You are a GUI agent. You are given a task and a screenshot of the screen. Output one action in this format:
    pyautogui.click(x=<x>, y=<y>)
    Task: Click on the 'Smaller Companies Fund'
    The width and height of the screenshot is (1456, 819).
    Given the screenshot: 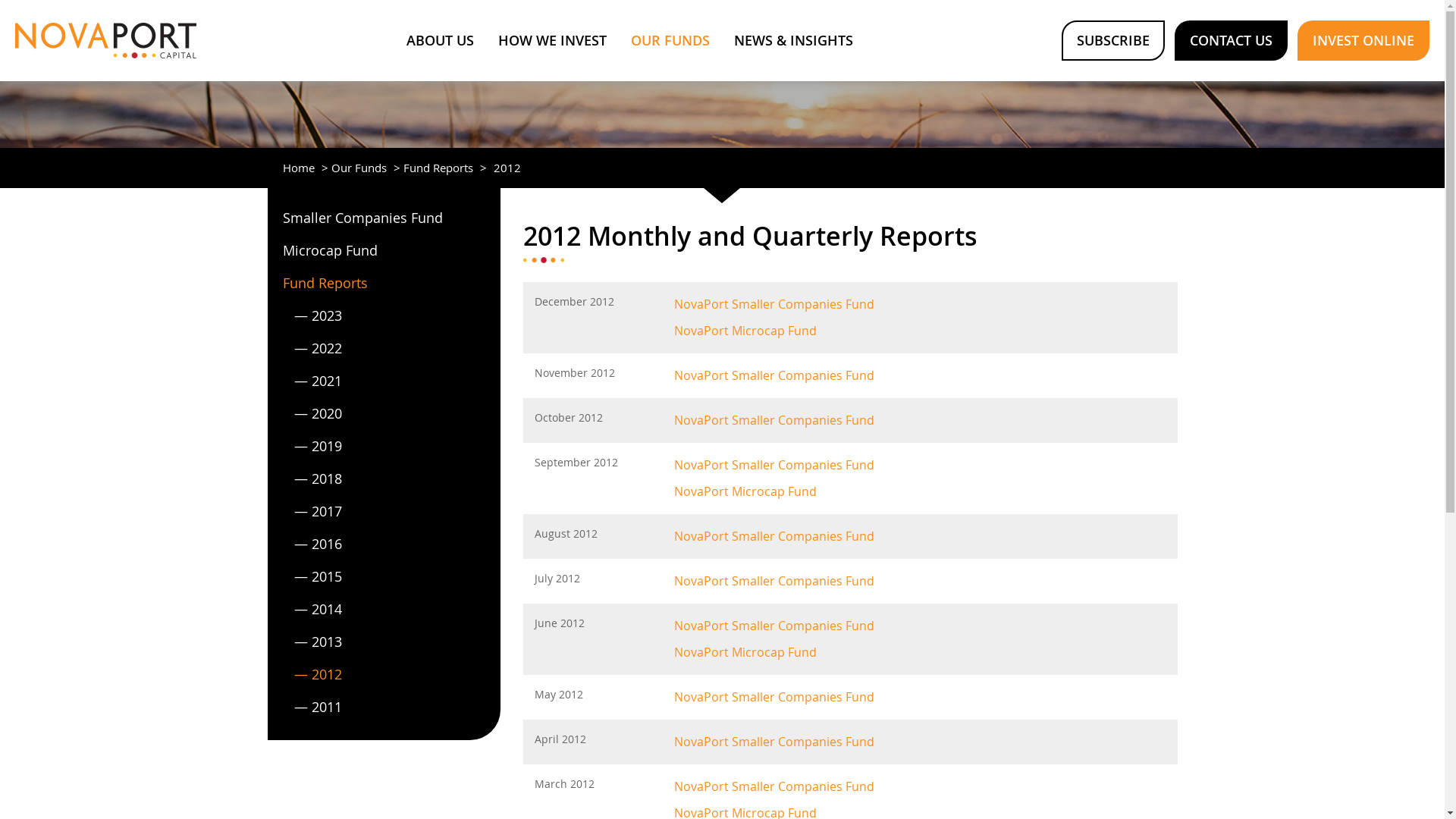 What is the action you would take?
    pyautogui.click(x=383, y=212)
    